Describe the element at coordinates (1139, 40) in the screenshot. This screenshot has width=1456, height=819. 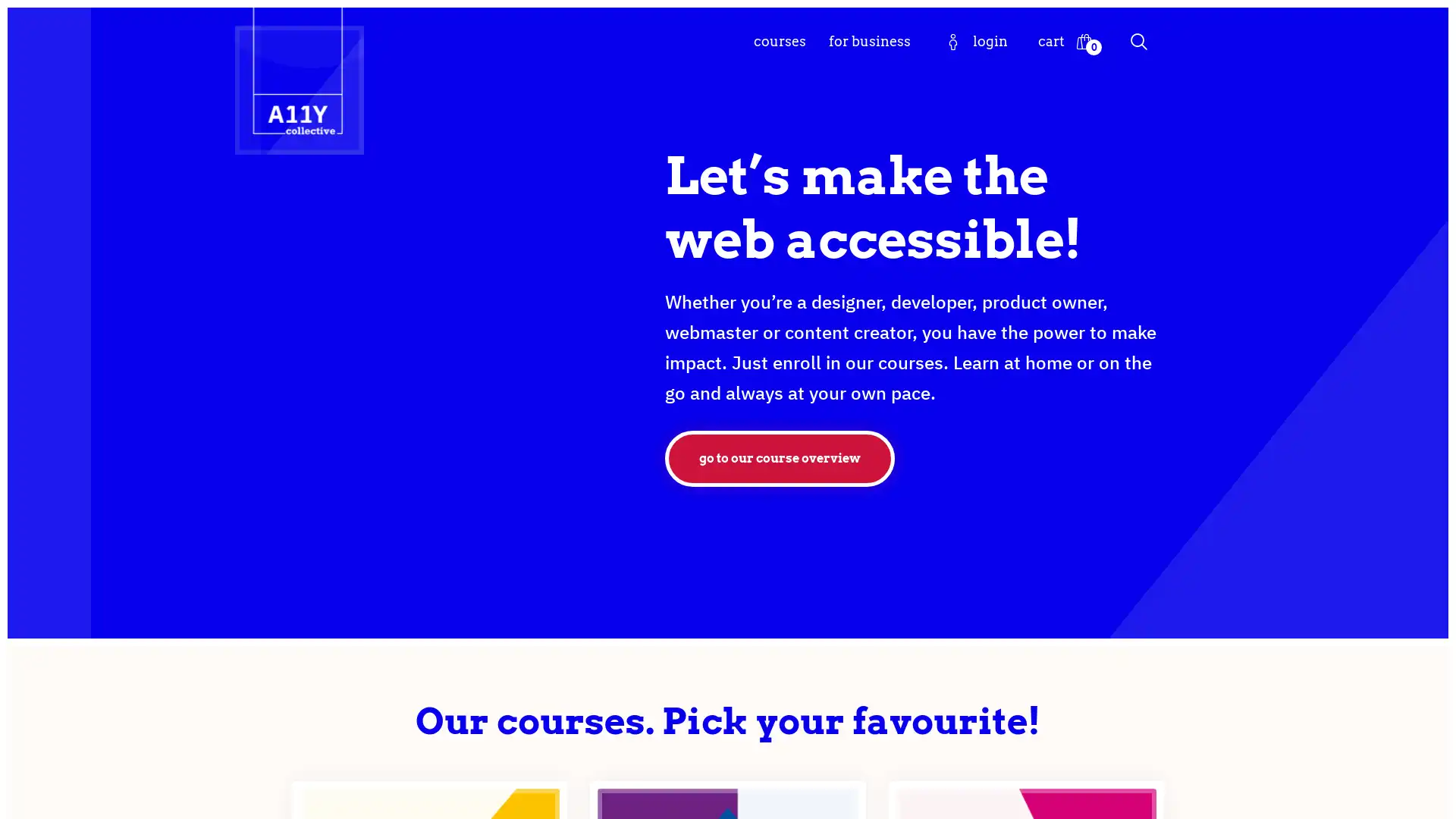
I see `Search` at that location.